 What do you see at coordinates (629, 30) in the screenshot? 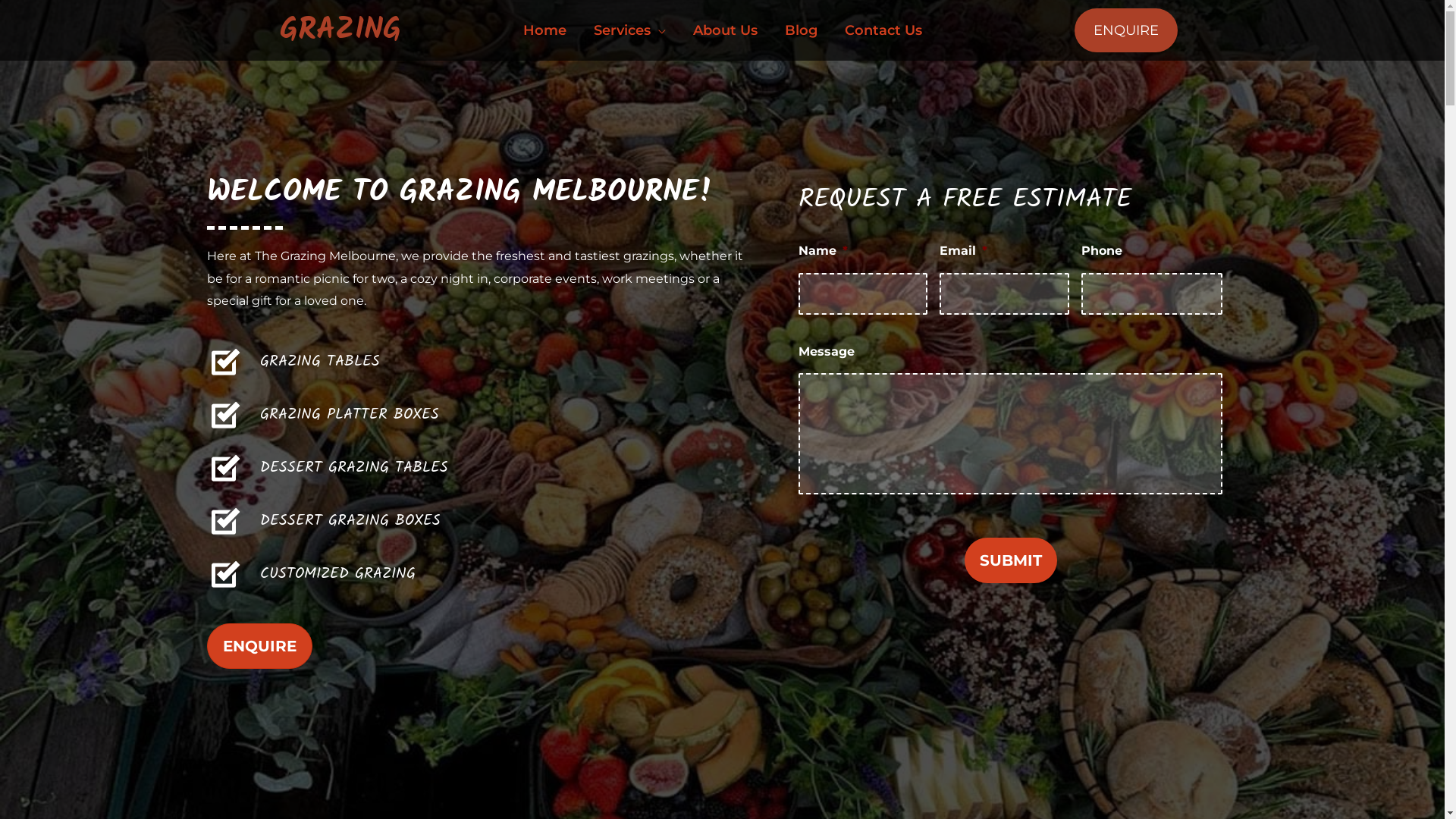
I see `'Services'` at bounding box center [629, 30].